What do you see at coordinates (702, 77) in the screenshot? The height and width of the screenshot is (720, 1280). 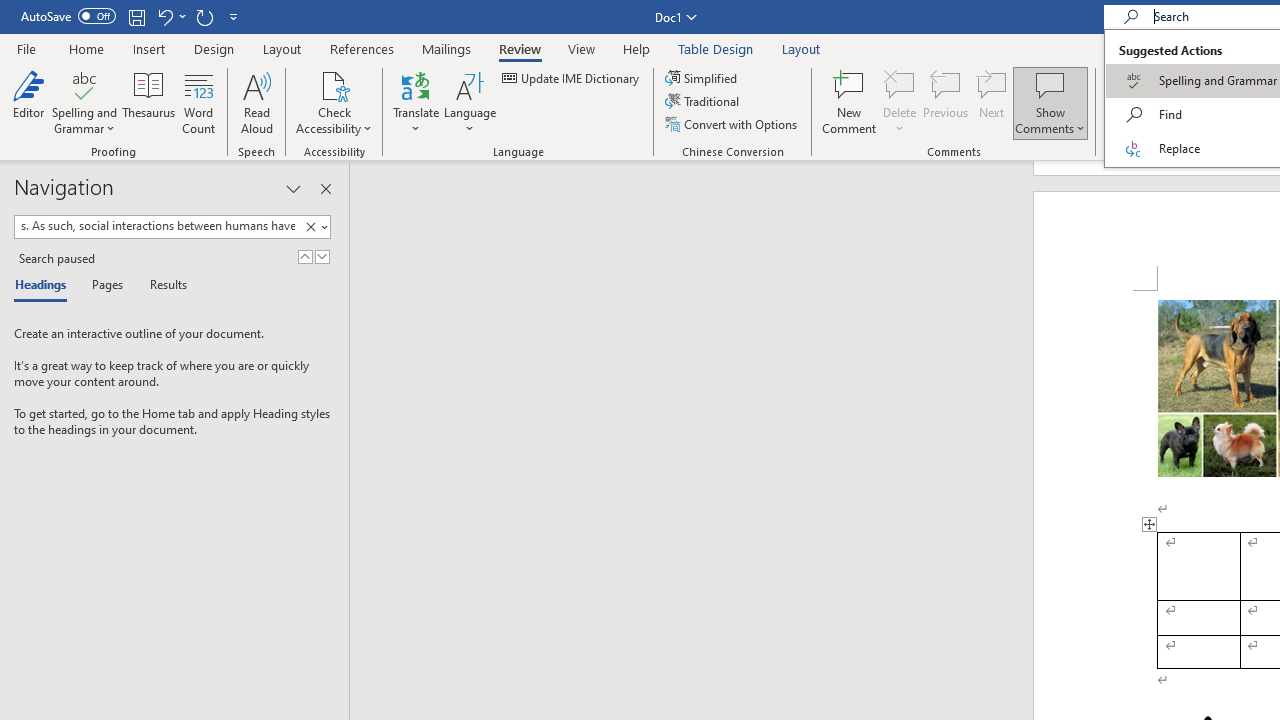 I see `'Simplified'` at bounding box center [702, 77].